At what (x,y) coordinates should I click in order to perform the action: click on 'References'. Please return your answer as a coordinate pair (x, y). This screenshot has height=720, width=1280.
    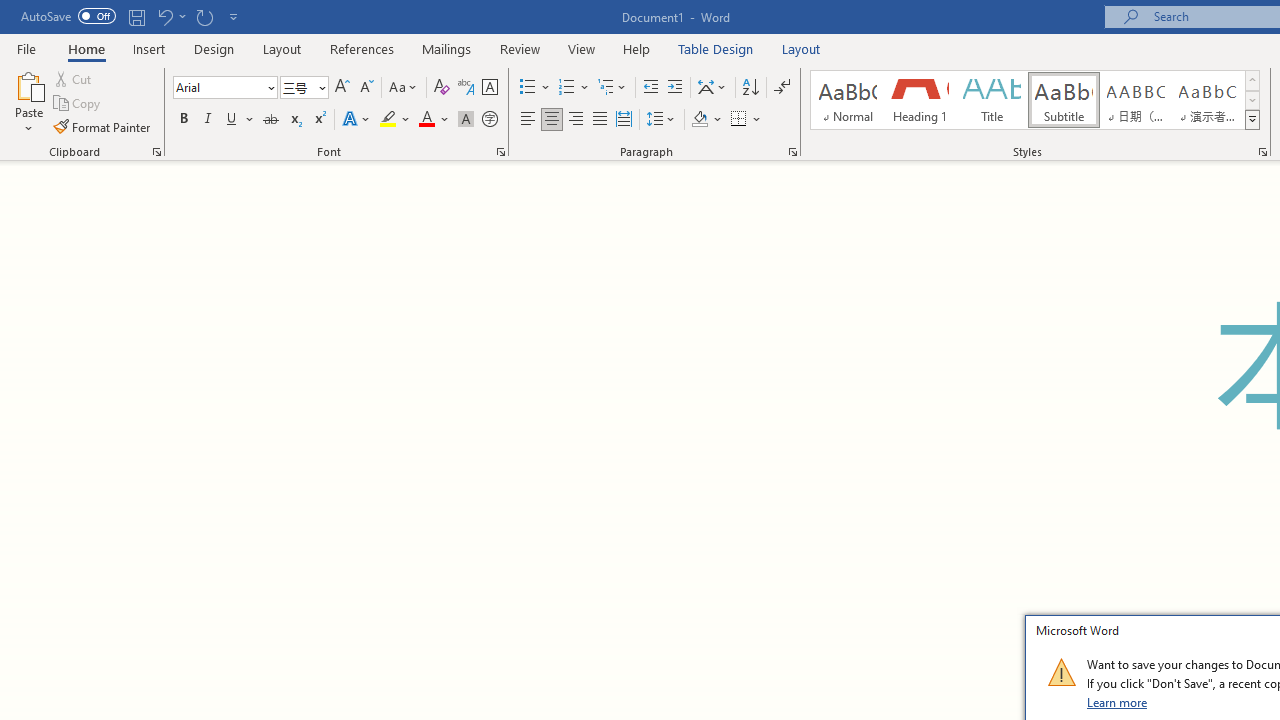
    Looking at the image, I should click on (362, 48).